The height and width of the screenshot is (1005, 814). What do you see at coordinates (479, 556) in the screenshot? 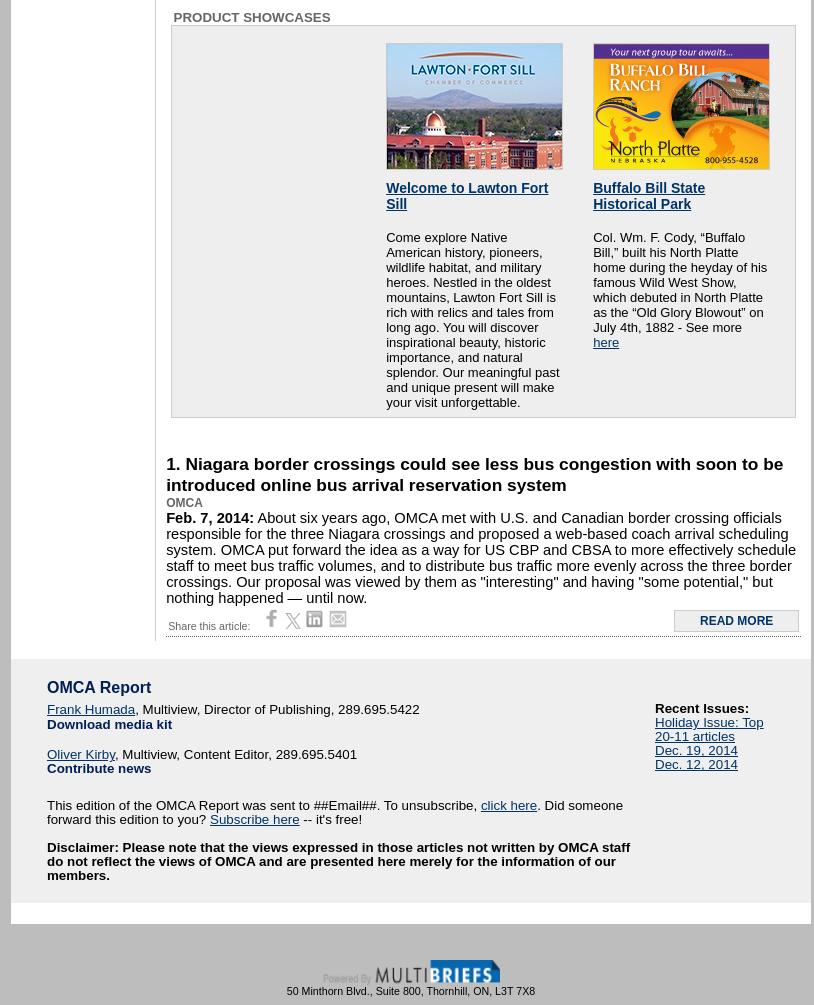
I see `'About six years ago, OMCA met with U.S. and Canadian border crossing officials responsible for the three Niagara crossings and proposed a web-based coach arrival scheduling system. OMCA put forward the idea as a way for US CBP and CBSA to more effectively schedule staff to meet bus traffic volumes, and to distribute bus traffic more evenly across the three border crossings. Our proposal was viewed by them as "interesting" and having "some potential," but nothing happened — until now.'` at bounding box center [479, 556].